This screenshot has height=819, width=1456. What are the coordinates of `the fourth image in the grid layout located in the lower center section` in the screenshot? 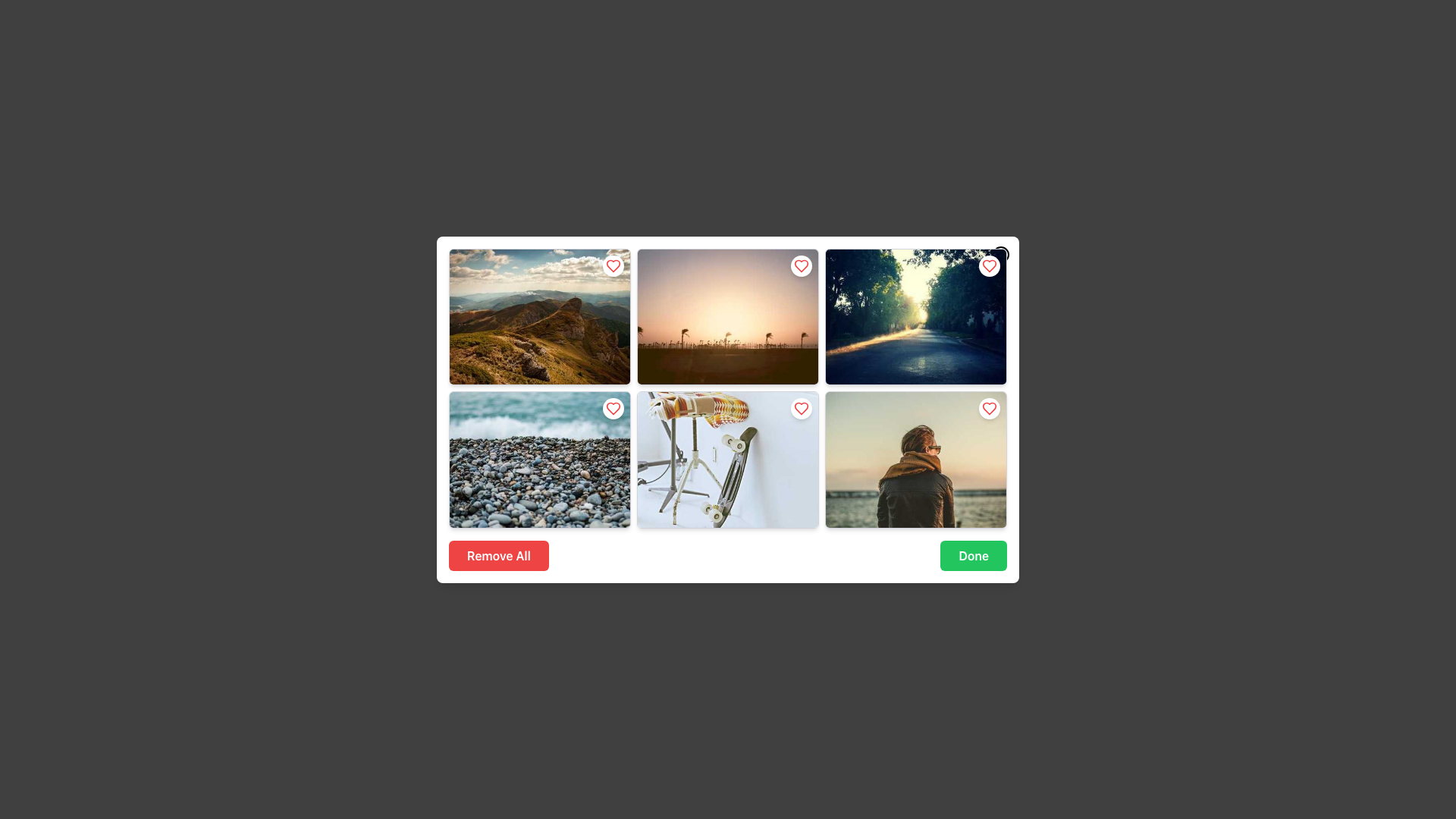 It's located at (728, 458).